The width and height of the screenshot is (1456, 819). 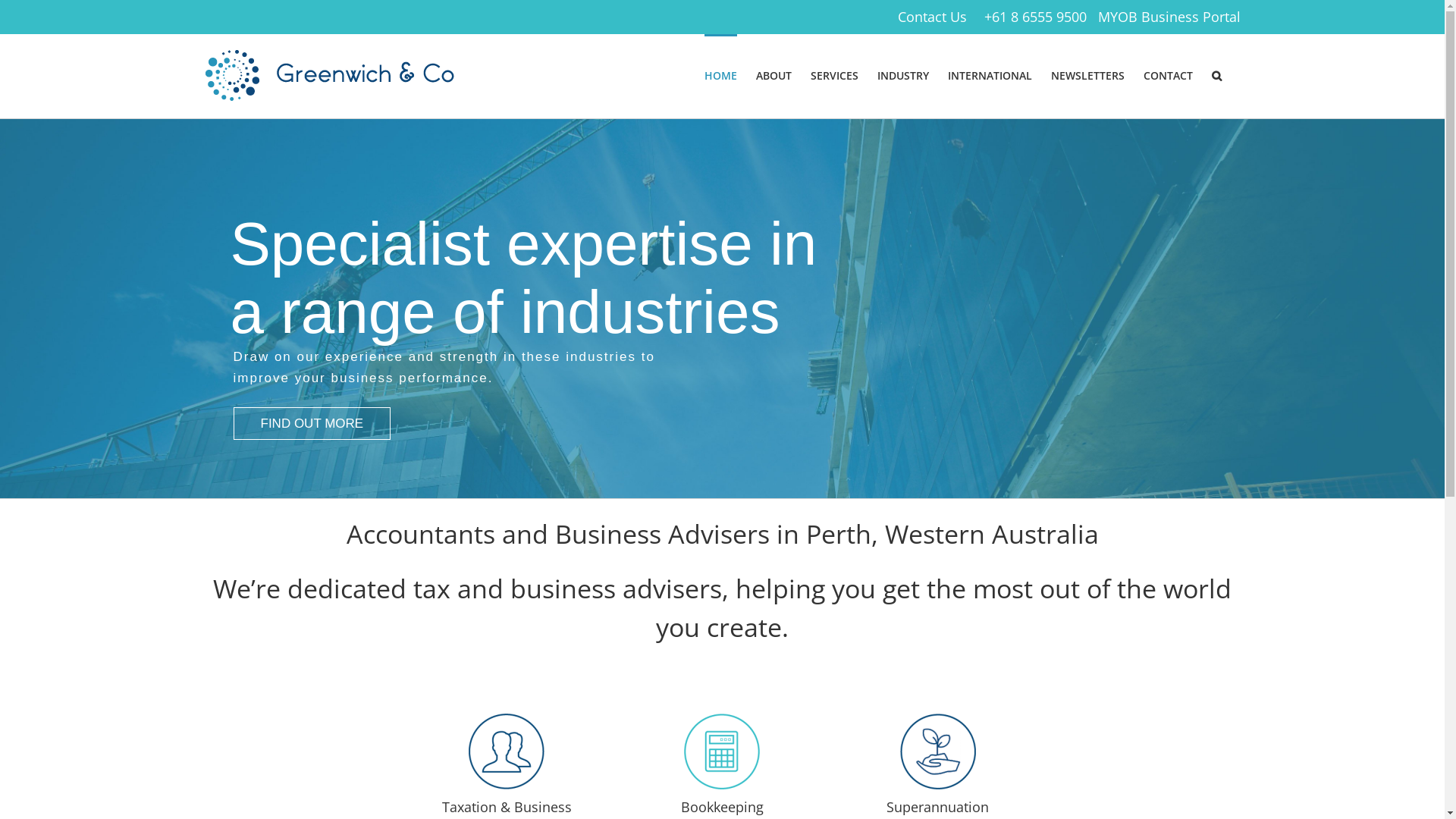 What do you see at coordinates (902, 74) in the screenshot?
I see `'INDUSTRY'` at bounding box center [902, 74].